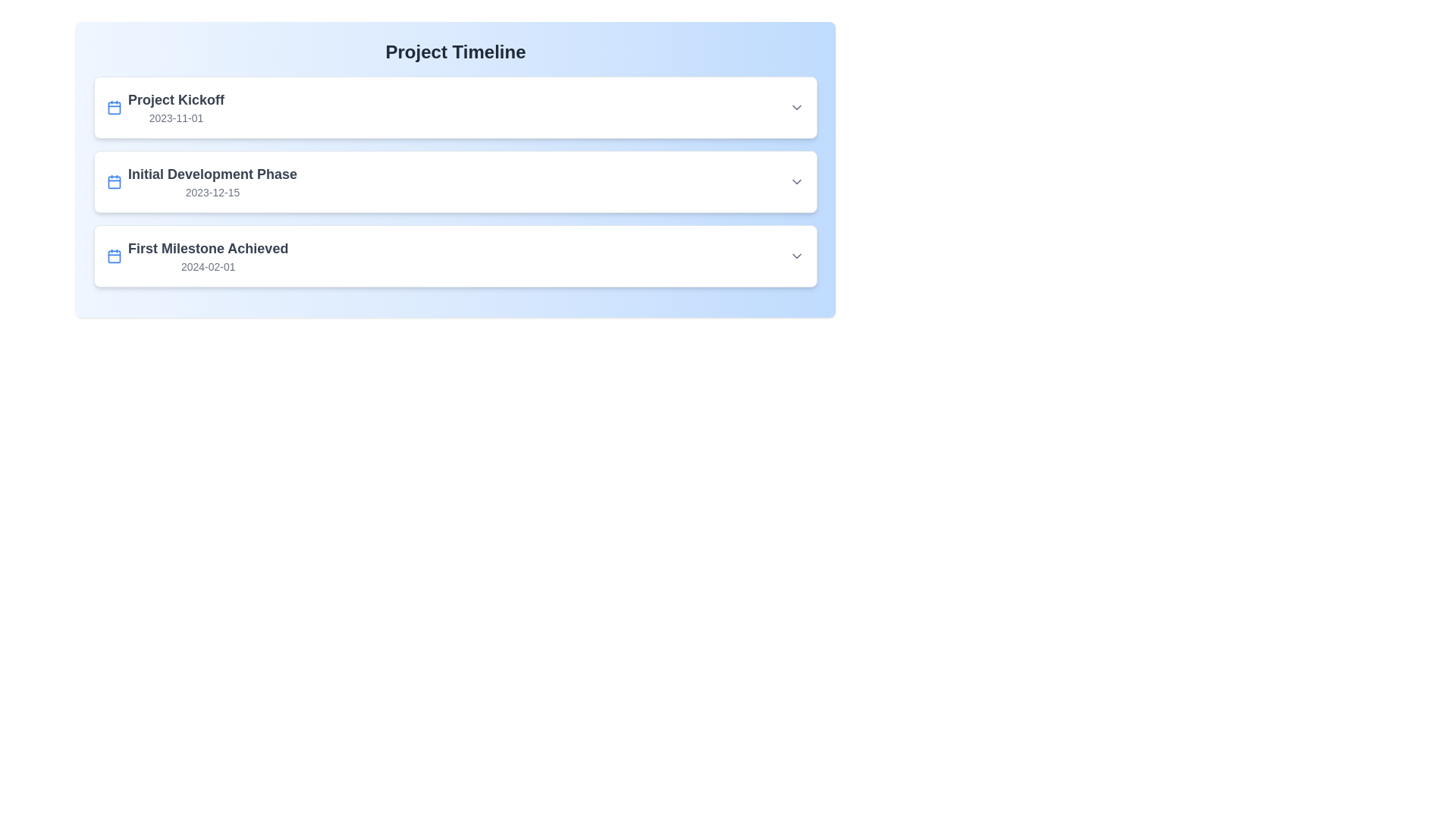  I want to click on text element displaying 'Initial Development Phase' and the date '2023-12-15', which is the second item in a vertical list of three elements, so click(212, 180).